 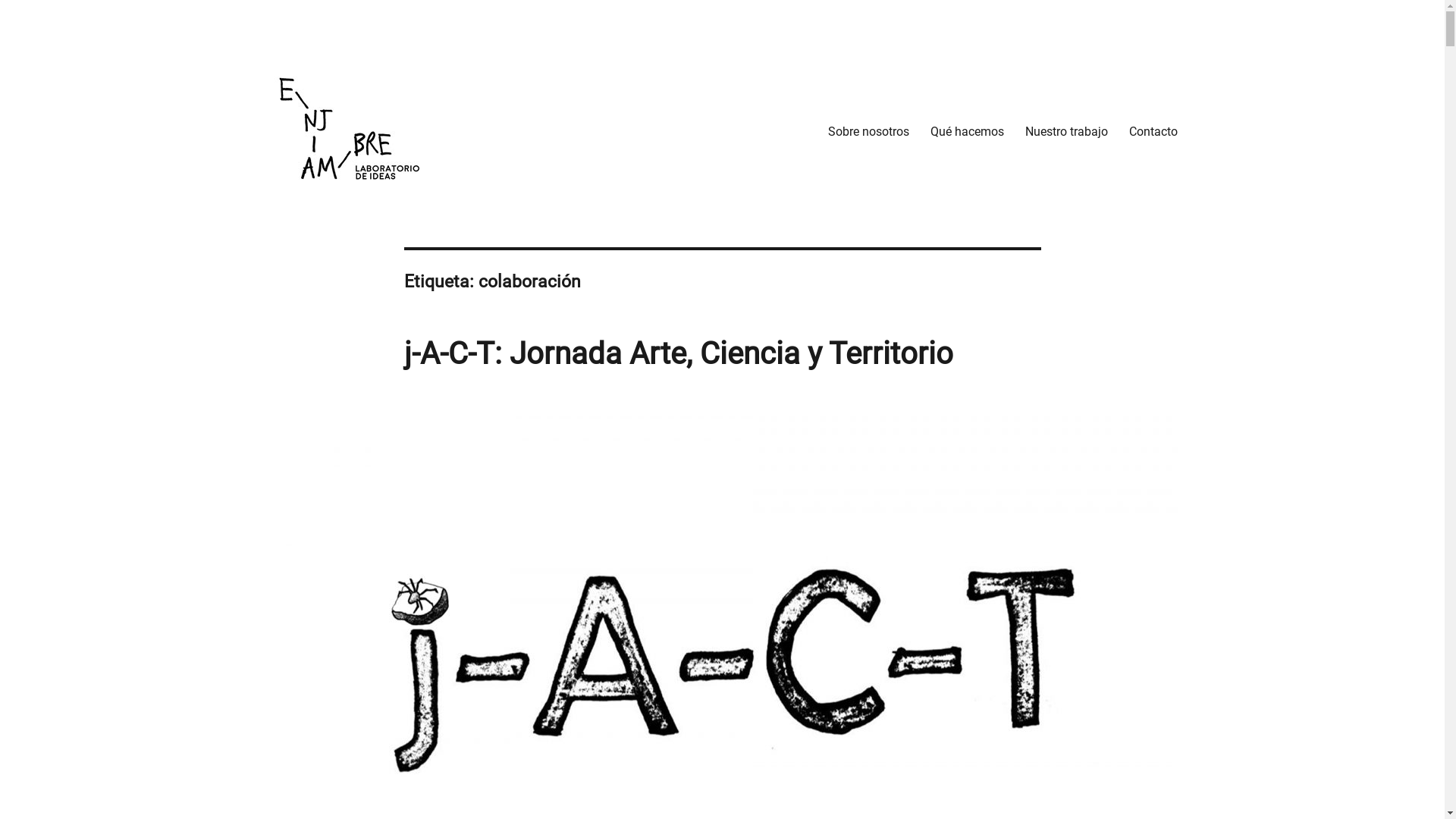 I want to click on 'Nuestro trabajo', so click(x=1065, y=130).